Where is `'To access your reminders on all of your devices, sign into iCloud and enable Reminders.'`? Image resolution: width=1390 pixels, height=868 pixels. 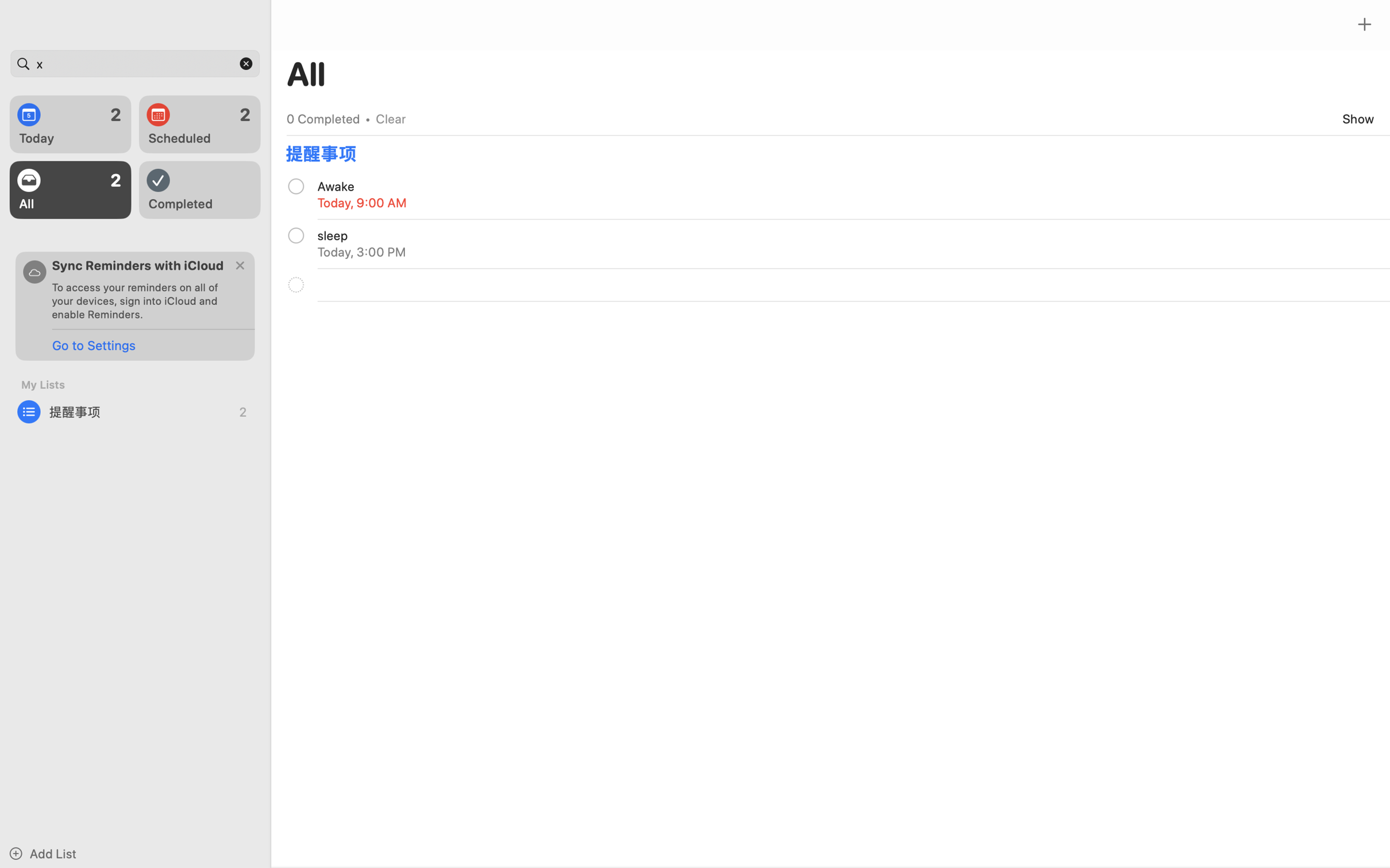
'To access your reminders on all of your devices, sign into iCloud and enable Reminders.' is located at coordinates (139, 300).